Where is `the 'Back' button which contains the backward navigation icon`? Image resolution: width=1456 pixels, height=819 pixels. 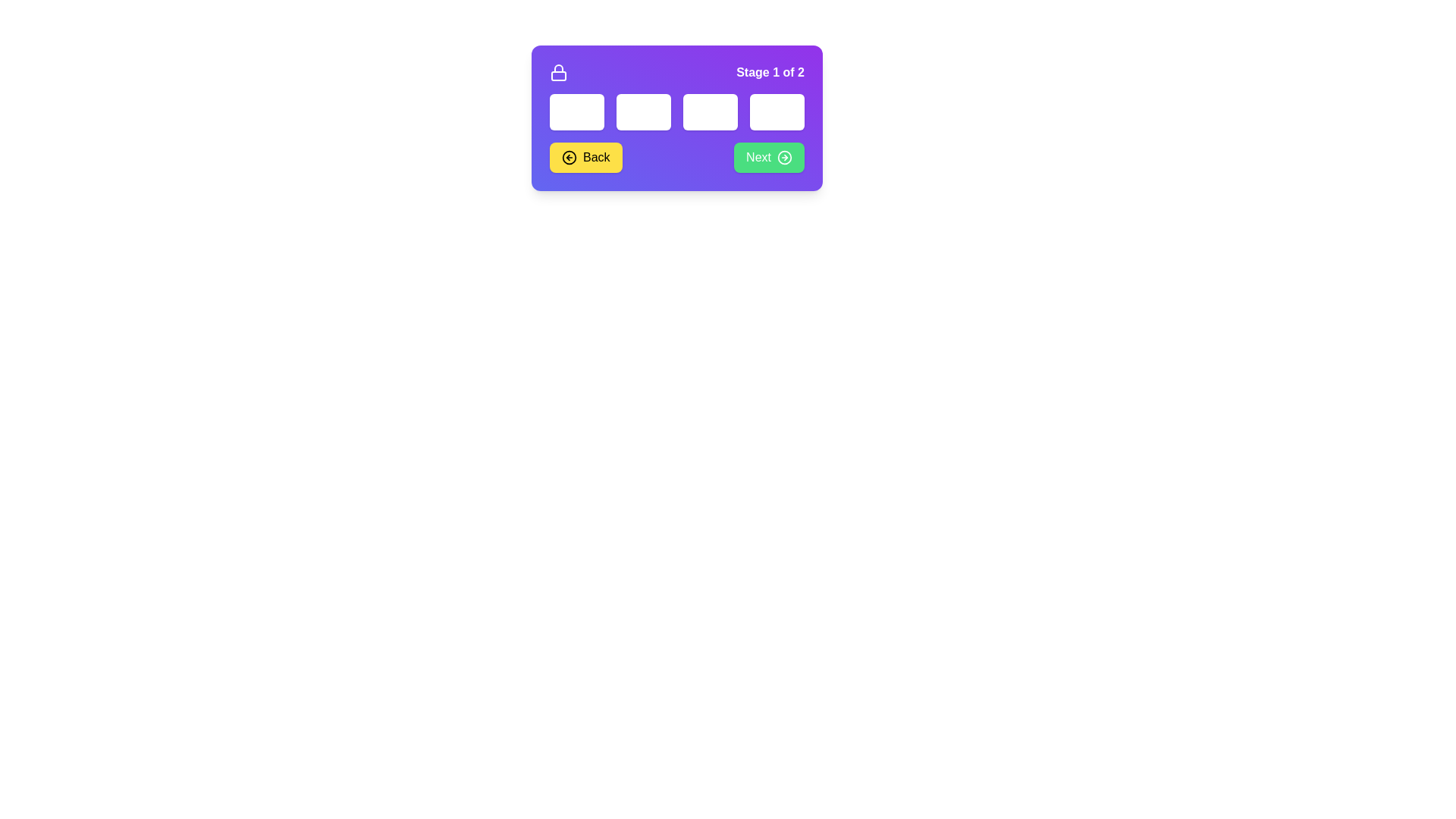 the 'Back' button which contains the backward navigation icon is located at coordinates (568, 158).